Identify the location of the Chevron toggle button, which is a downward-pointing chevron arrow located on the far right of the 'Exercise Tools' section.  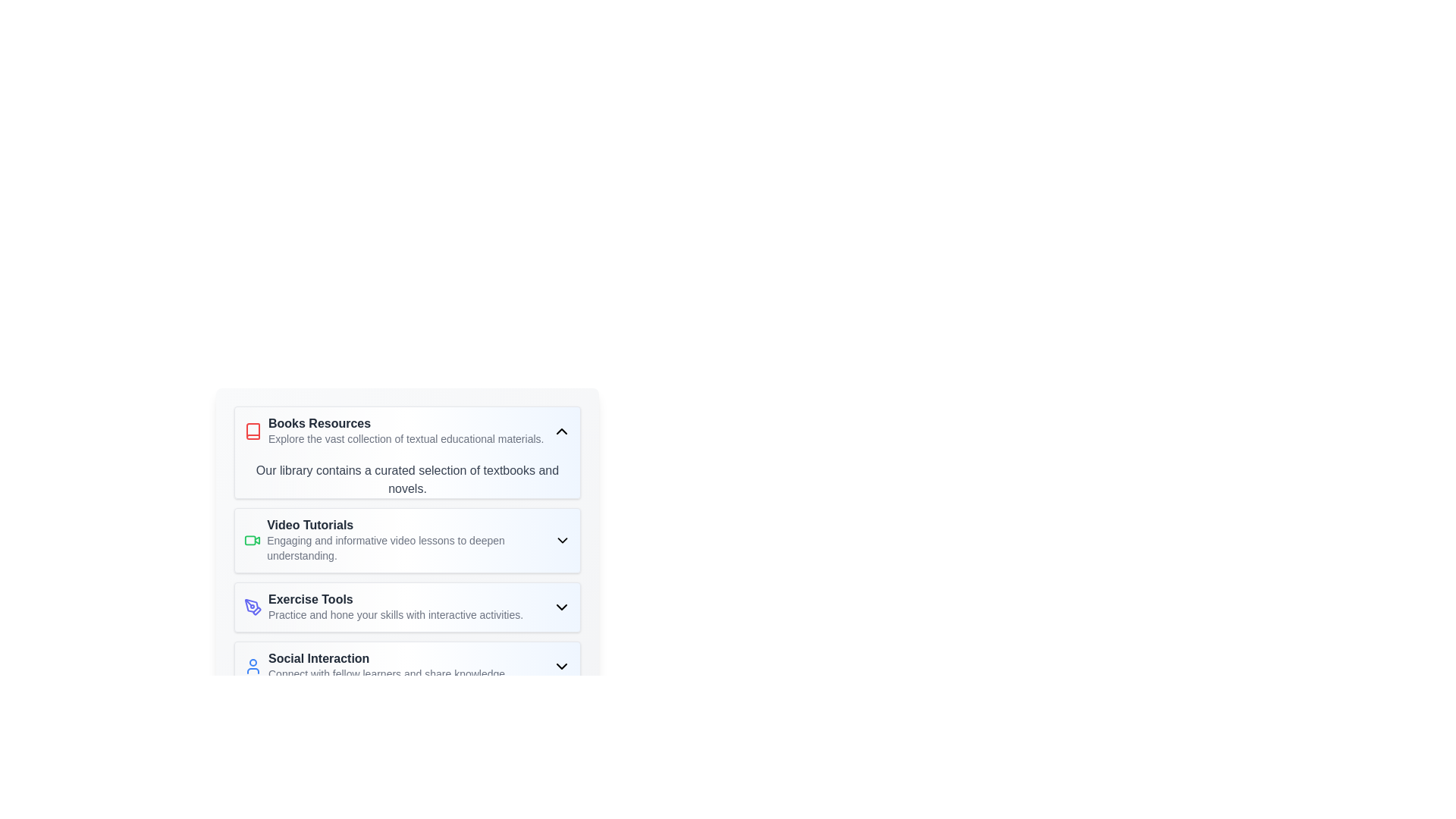
(560, 607).